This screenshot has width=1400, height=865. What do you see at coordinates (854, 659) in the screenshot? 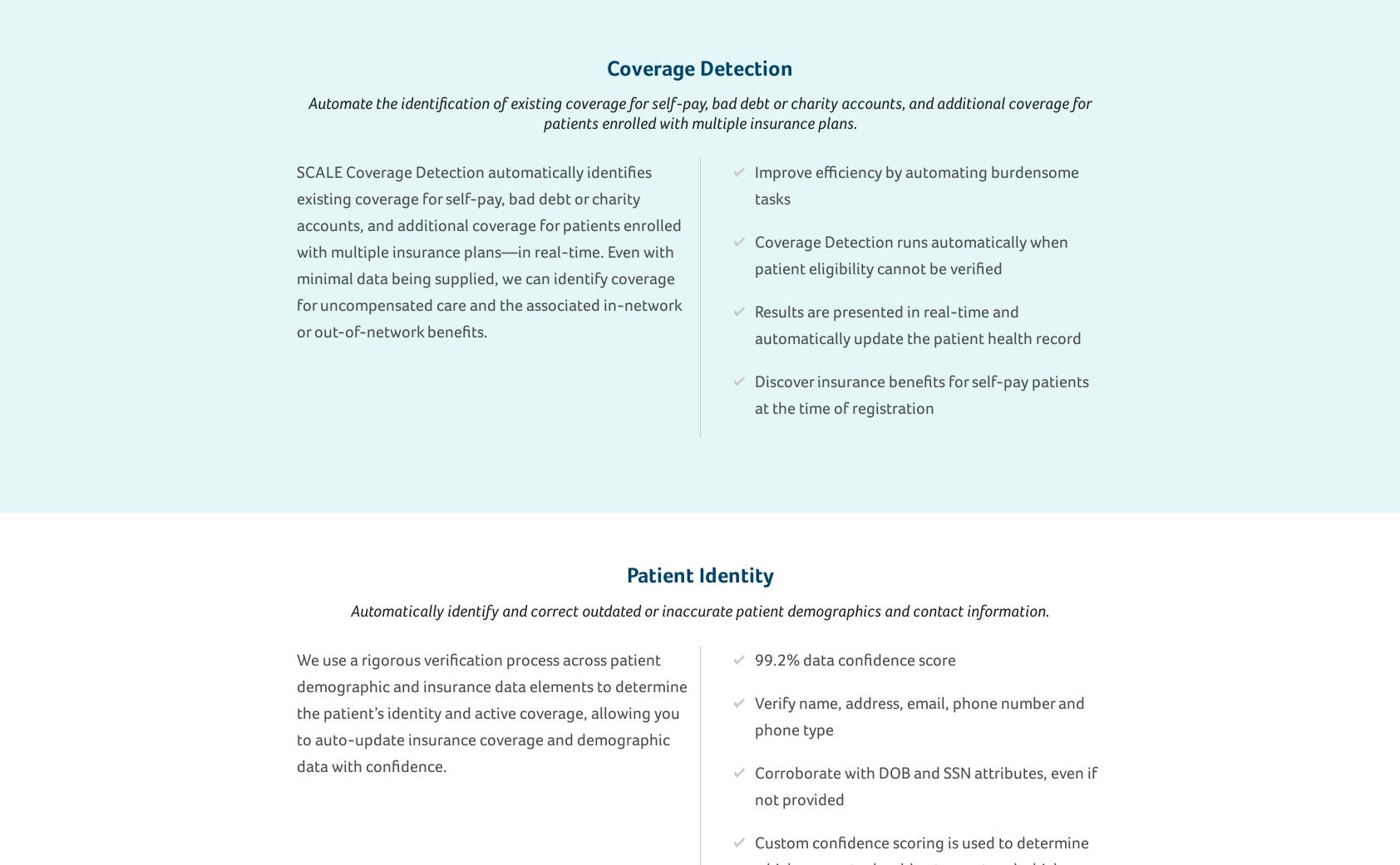
I see `'99.2% data confidence score'` at bounding box center [854, 659].